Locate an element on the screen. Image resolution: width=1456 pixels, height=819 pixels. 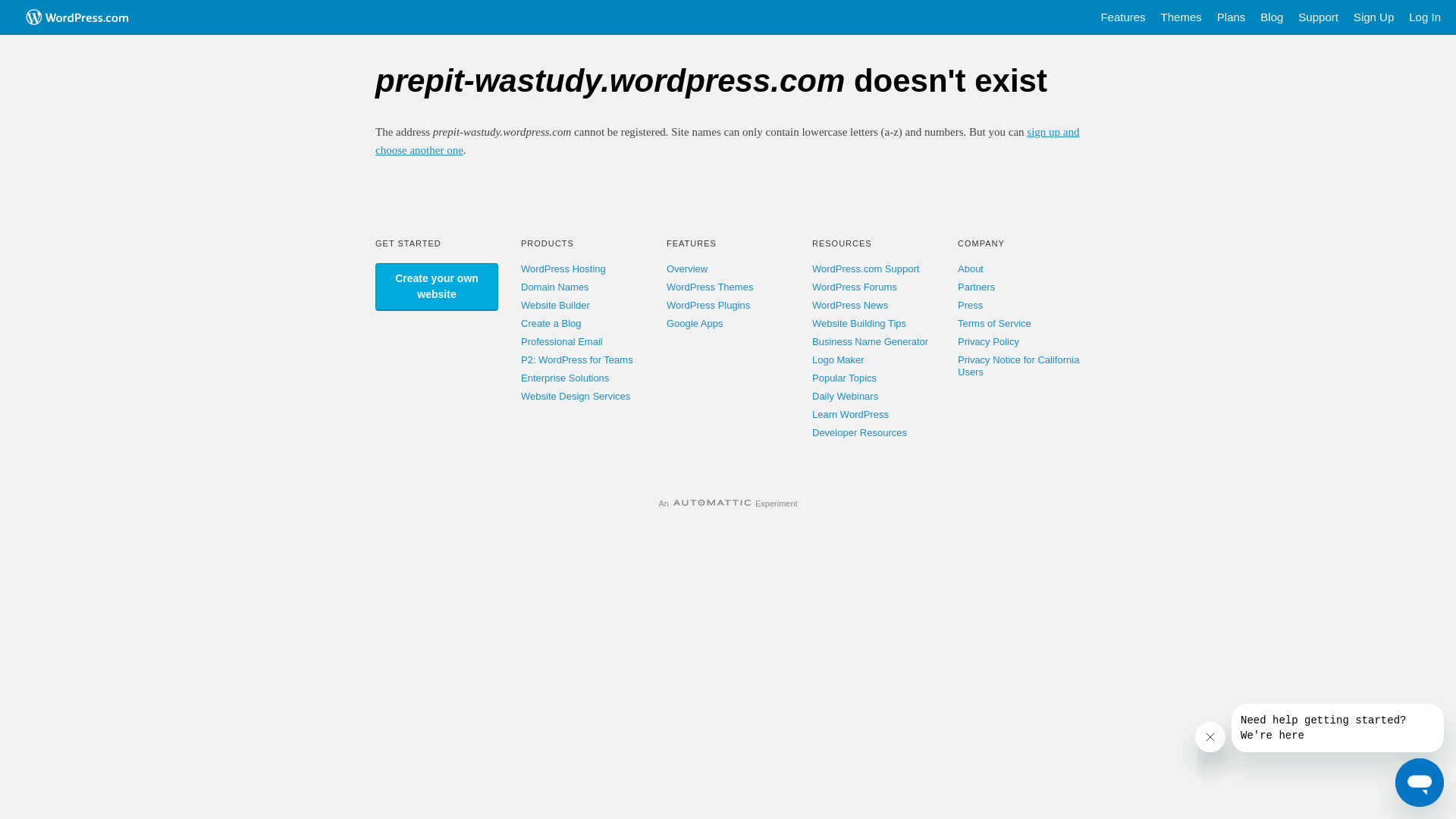
'Logo Maker' is located at coordinates (811, 359).